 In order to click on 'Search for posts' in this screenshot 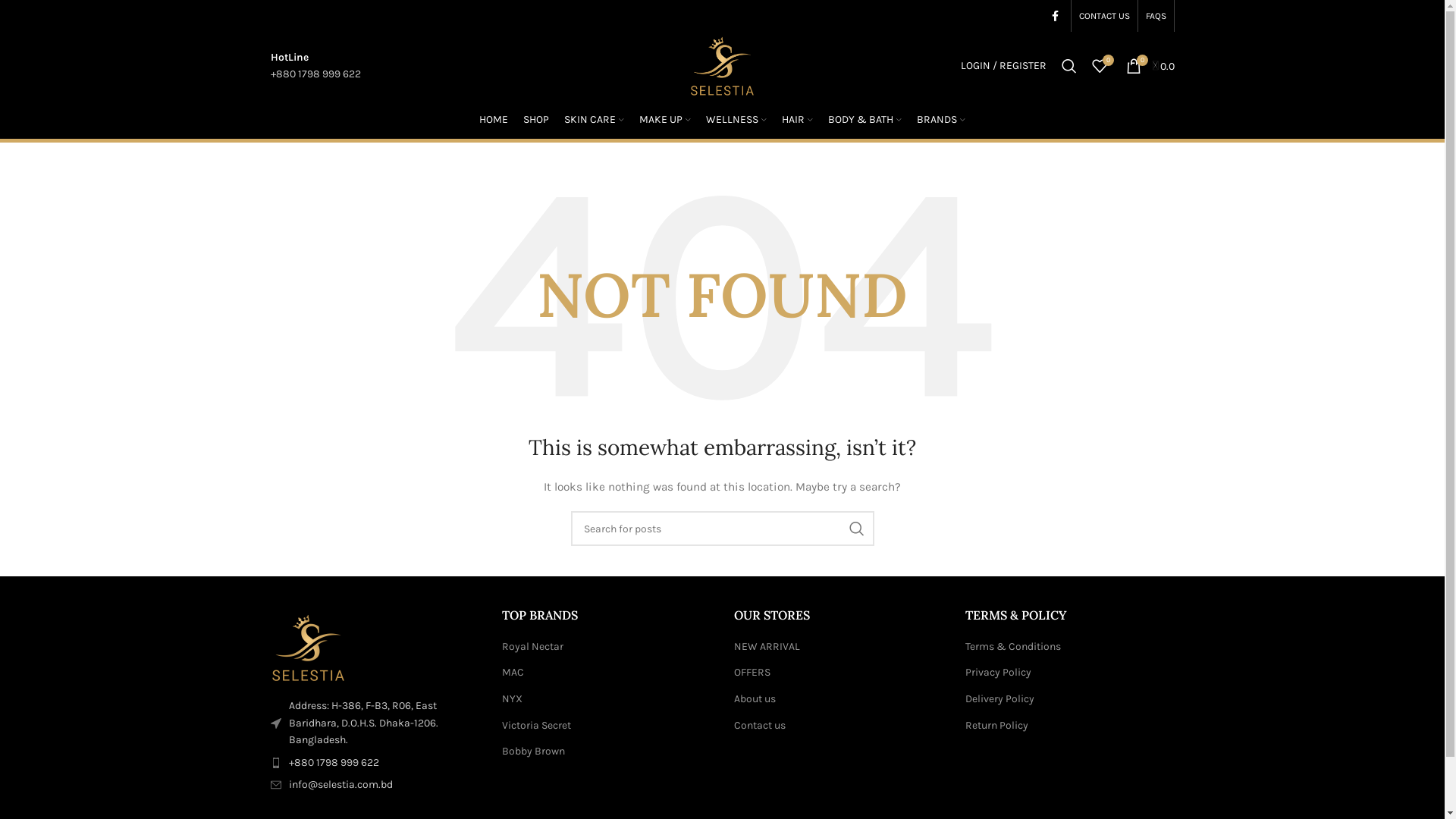, I will do `click(720, 528)`.